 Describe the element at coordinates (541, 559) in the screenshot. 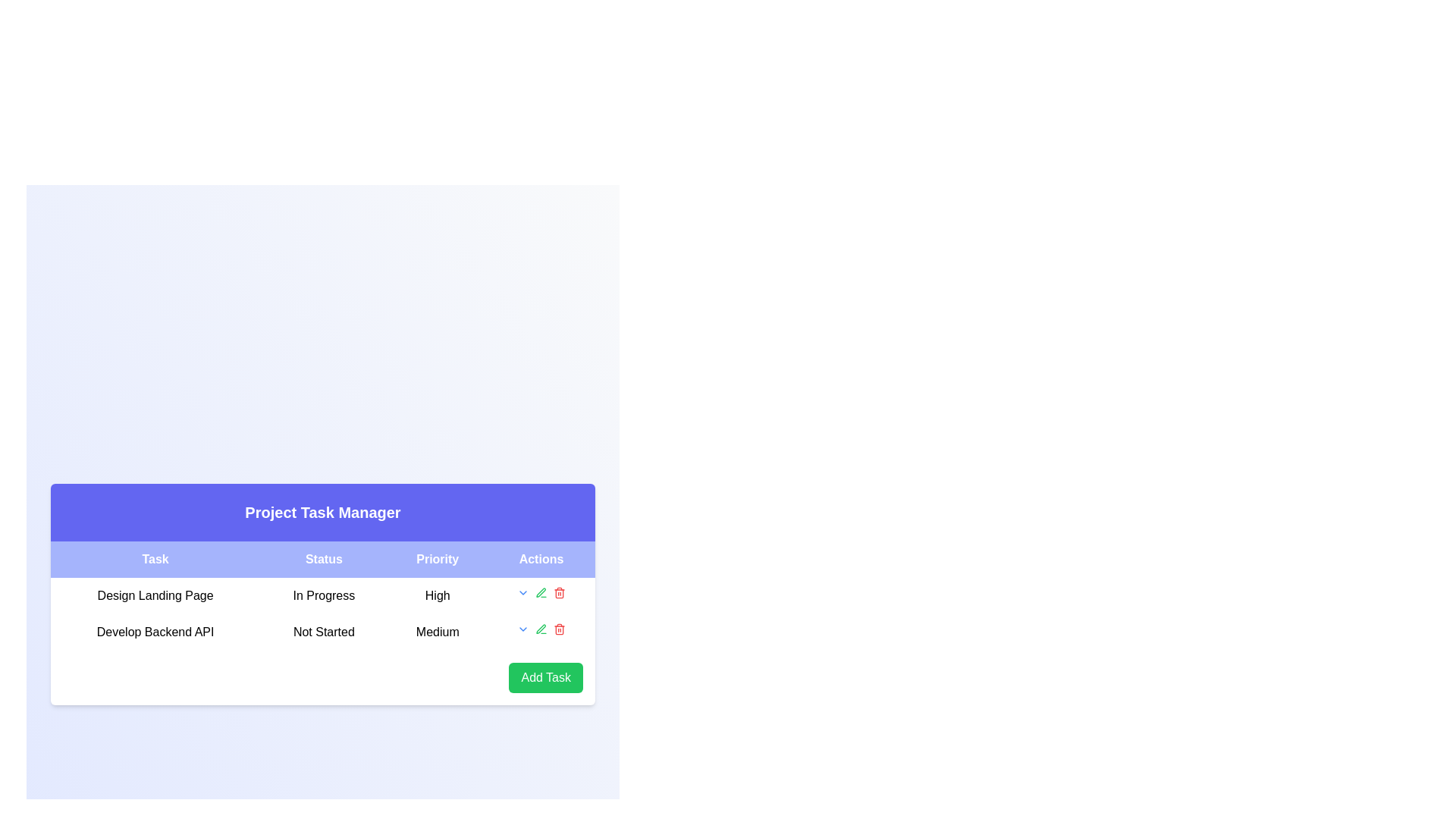

I see `the 'Actions' static text label, which is styled as a table header and is located in the top-right segment of the table header row` at that location.